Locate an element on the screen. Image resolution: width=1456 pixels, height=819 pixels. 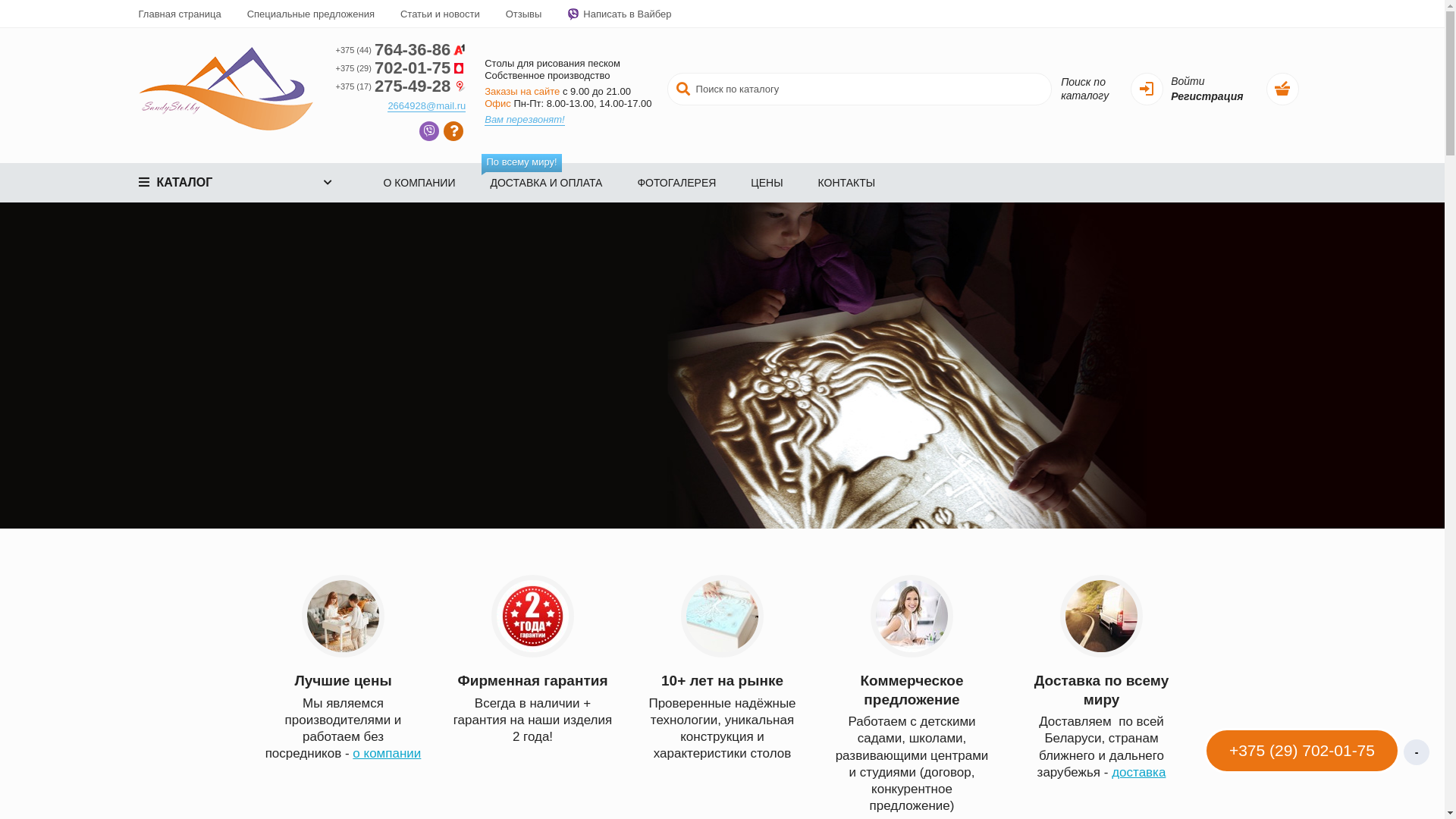
'+375 (29) is located at coordinates (400, 67).